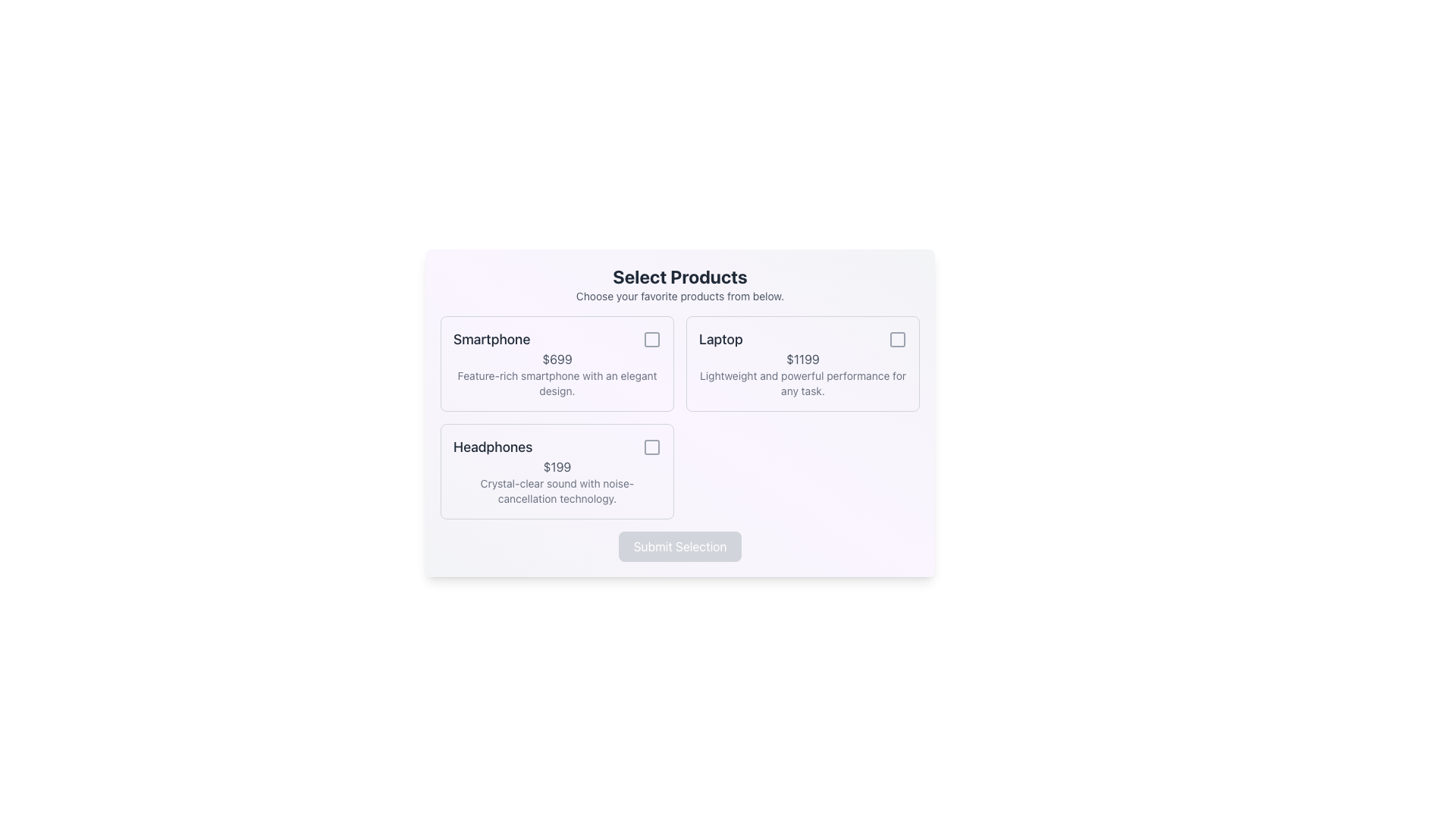 This screenshot has width=1456, height=819. Describe the element at coordinates (898, 338) in the screenshot. I see `the checkbox for the Laptop product` at that location.